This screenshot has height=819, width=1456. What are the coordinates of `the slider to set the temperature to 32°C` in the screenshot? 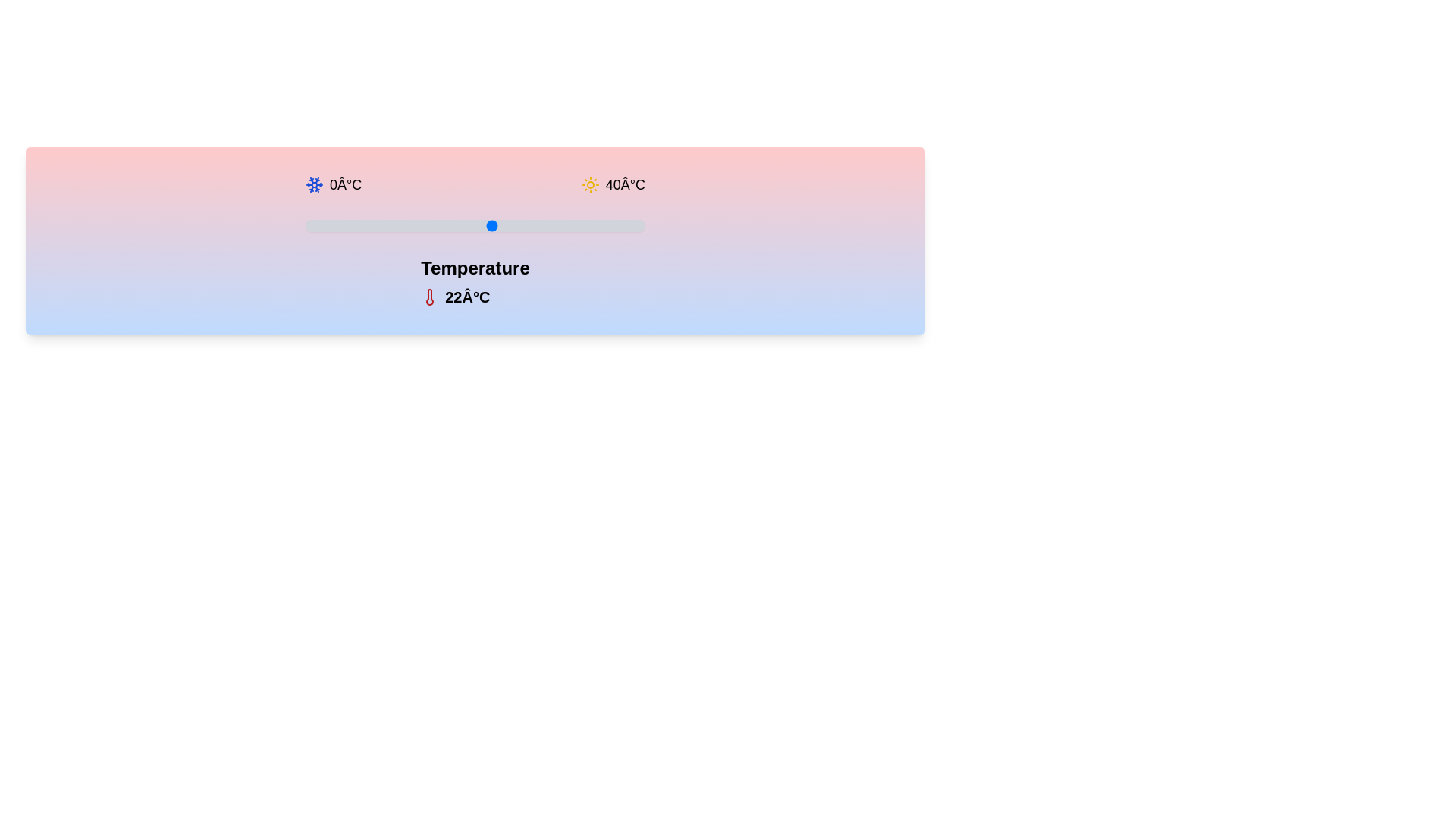 It's located at (576, 225).